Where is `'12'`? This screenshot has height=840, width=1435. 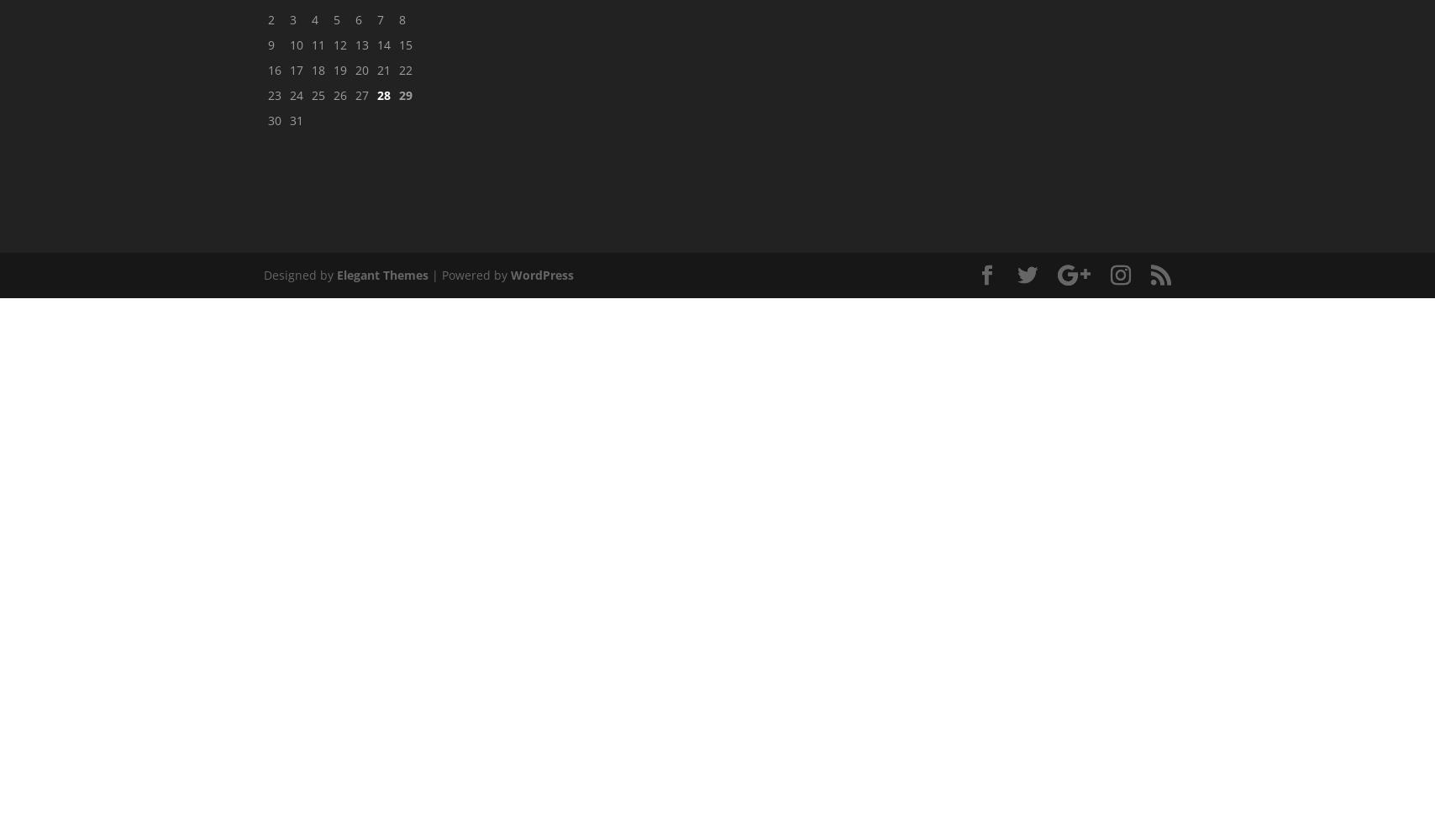 '12' is located at coordinates (339, 45).